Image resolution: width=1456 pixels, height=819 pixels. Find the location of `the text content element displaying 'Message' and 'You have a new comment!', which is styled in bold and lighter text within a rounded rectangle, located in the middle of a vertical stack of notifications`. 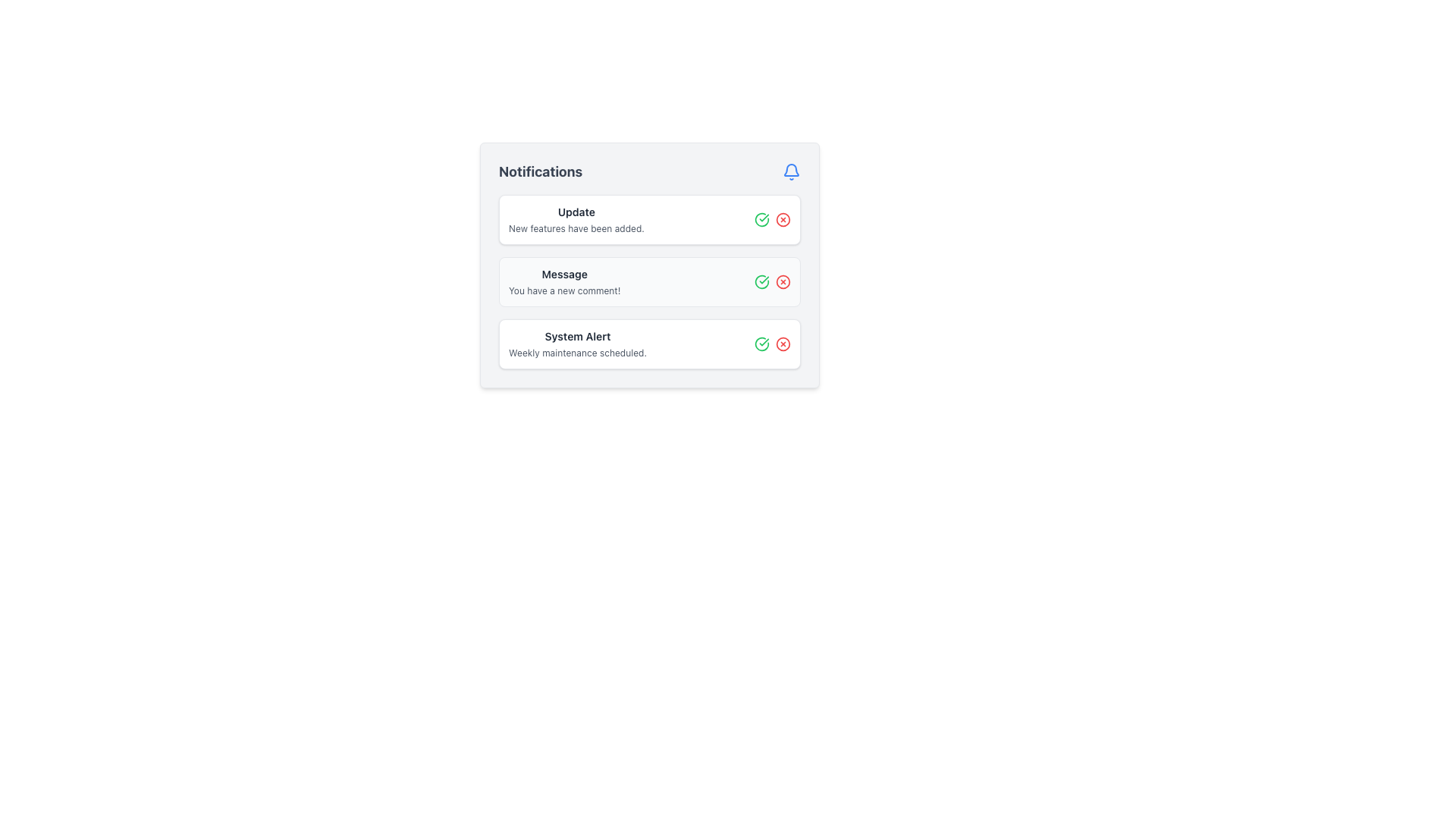

the text content element displaying 'Message' and 'You have a new comment!', which is styled in bold and lighter text within a rounded rectangle, located in the middle of a vertical stack of notifications is located at coordinates (563, 281).